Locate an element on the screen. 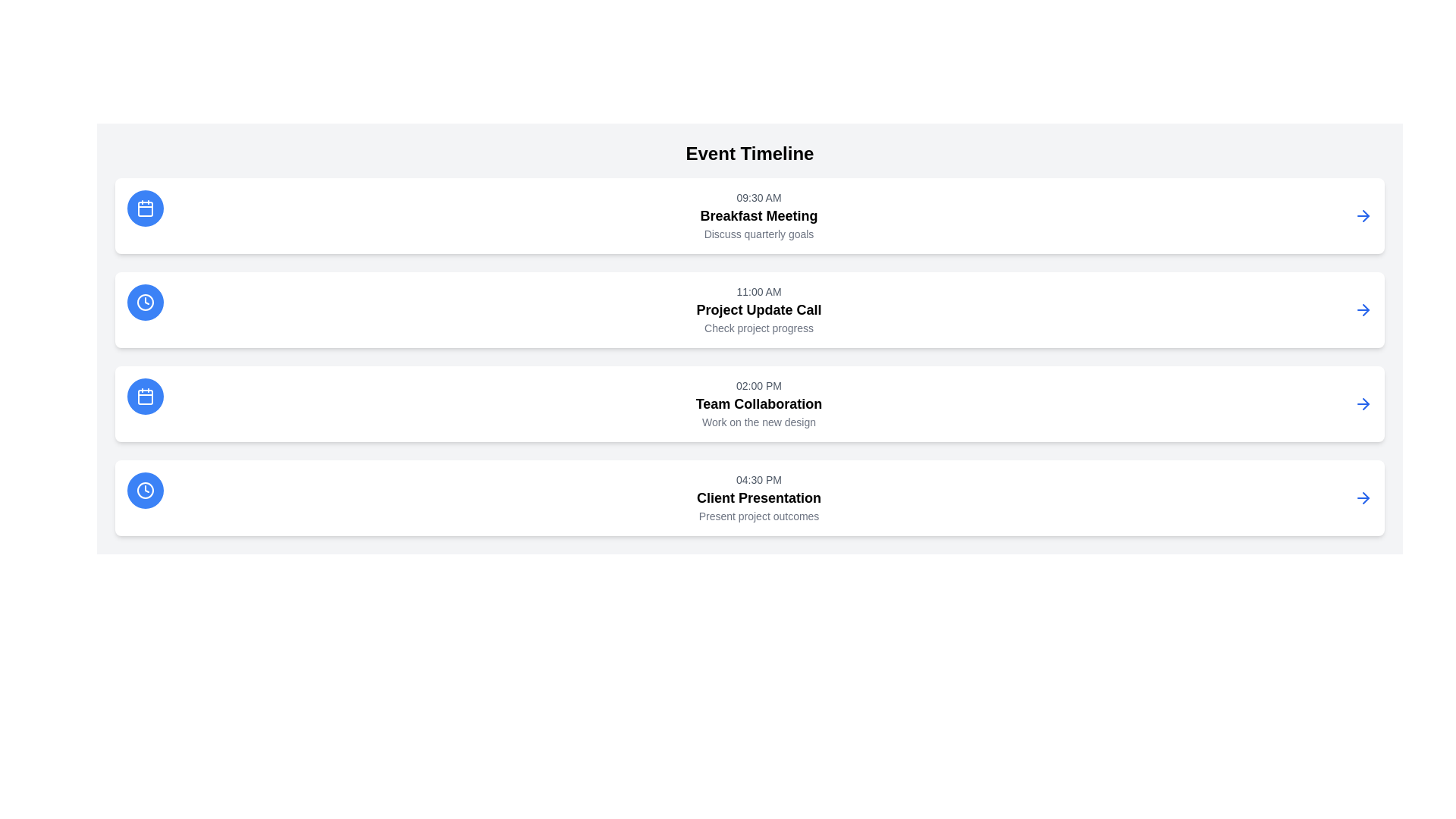 Image resolution: width=1456 pixels, height=819 pixels. text content of the non-interactive label that provides context for the event titled 'Breakfast Meeting', located directly beneath the 'Breakfast Meeting' title is located at coordinates (759, 234).